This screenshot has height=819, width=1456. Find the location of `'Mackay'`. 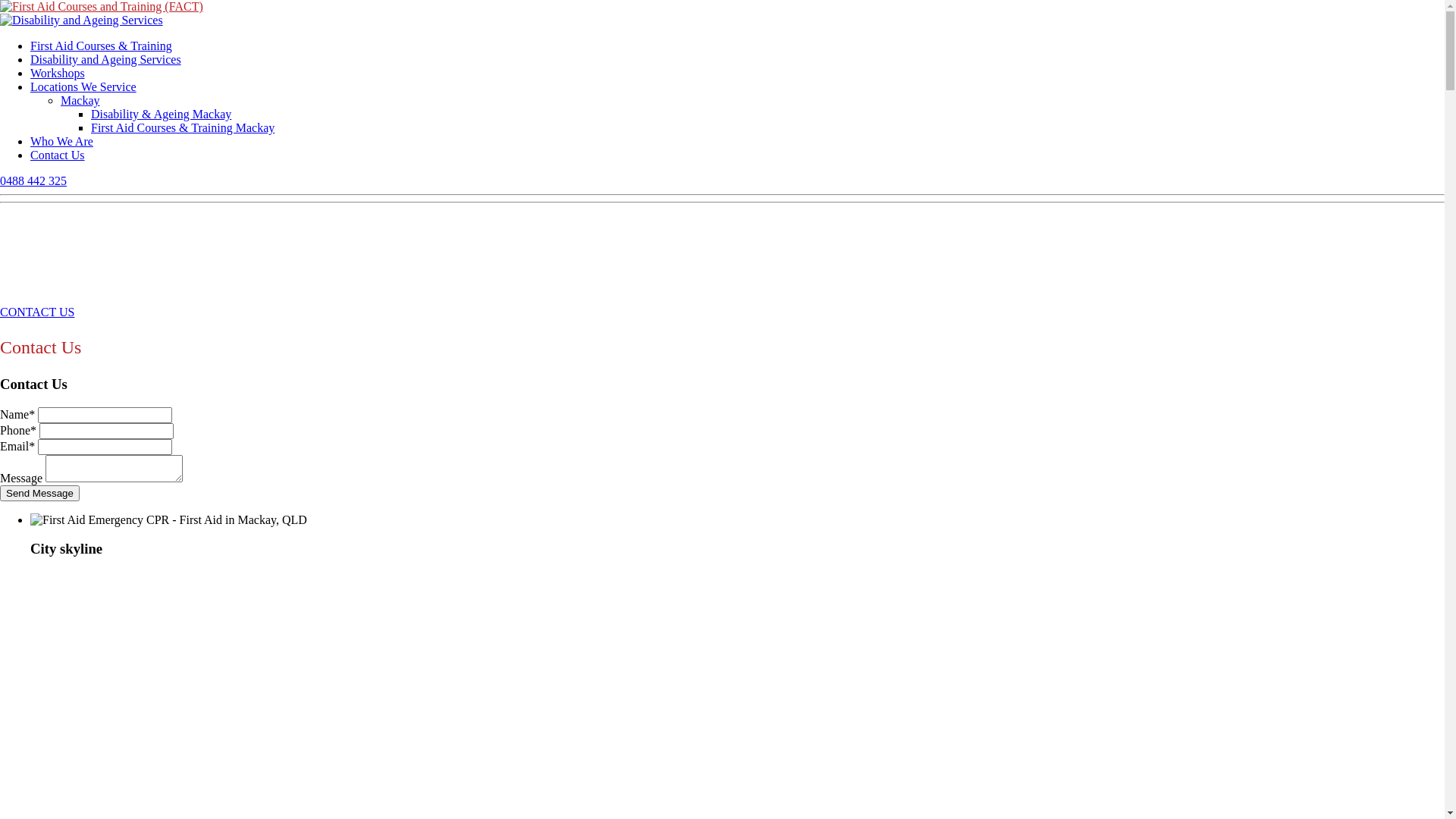

'Mackay' is located at coordinates (79, 100).